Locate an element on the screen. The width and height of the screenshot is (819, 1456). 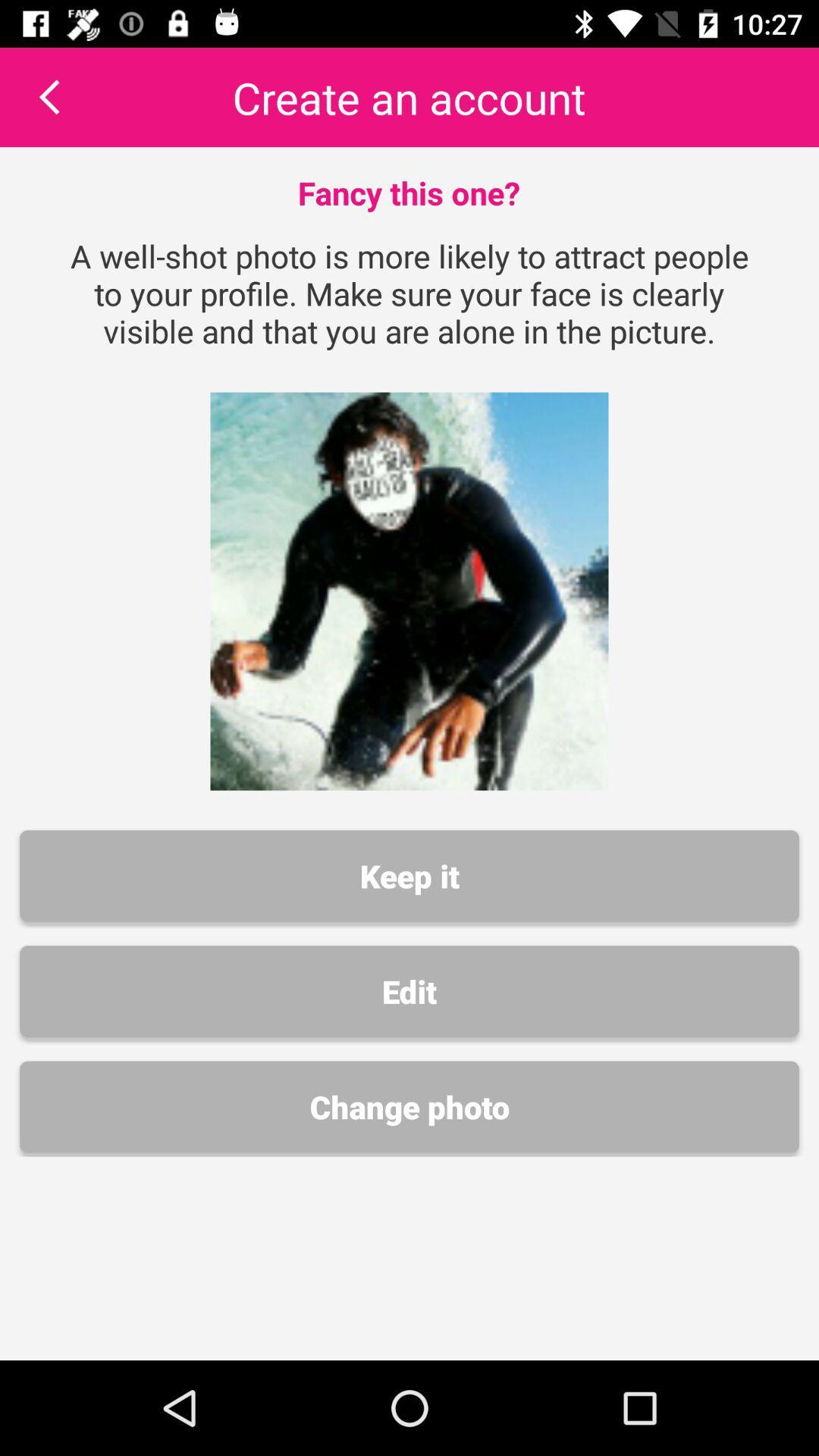
the edit is located at coordinates (409, 991).